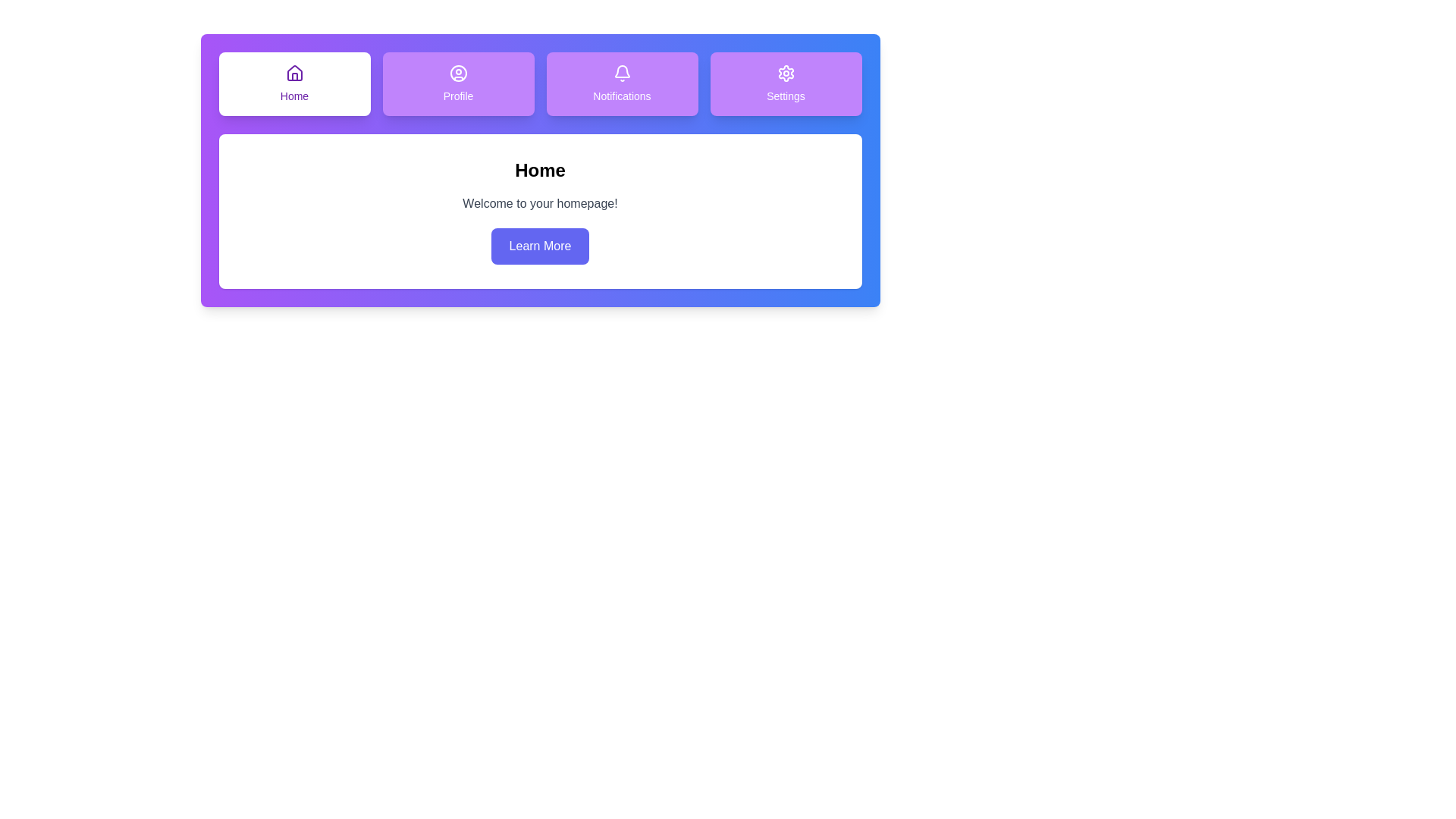 This screenshot has width=1456, height=819. Describe the element at coordinates (294, 84) in the screenshot. I see `the Home tab by clicking on it` at that location.